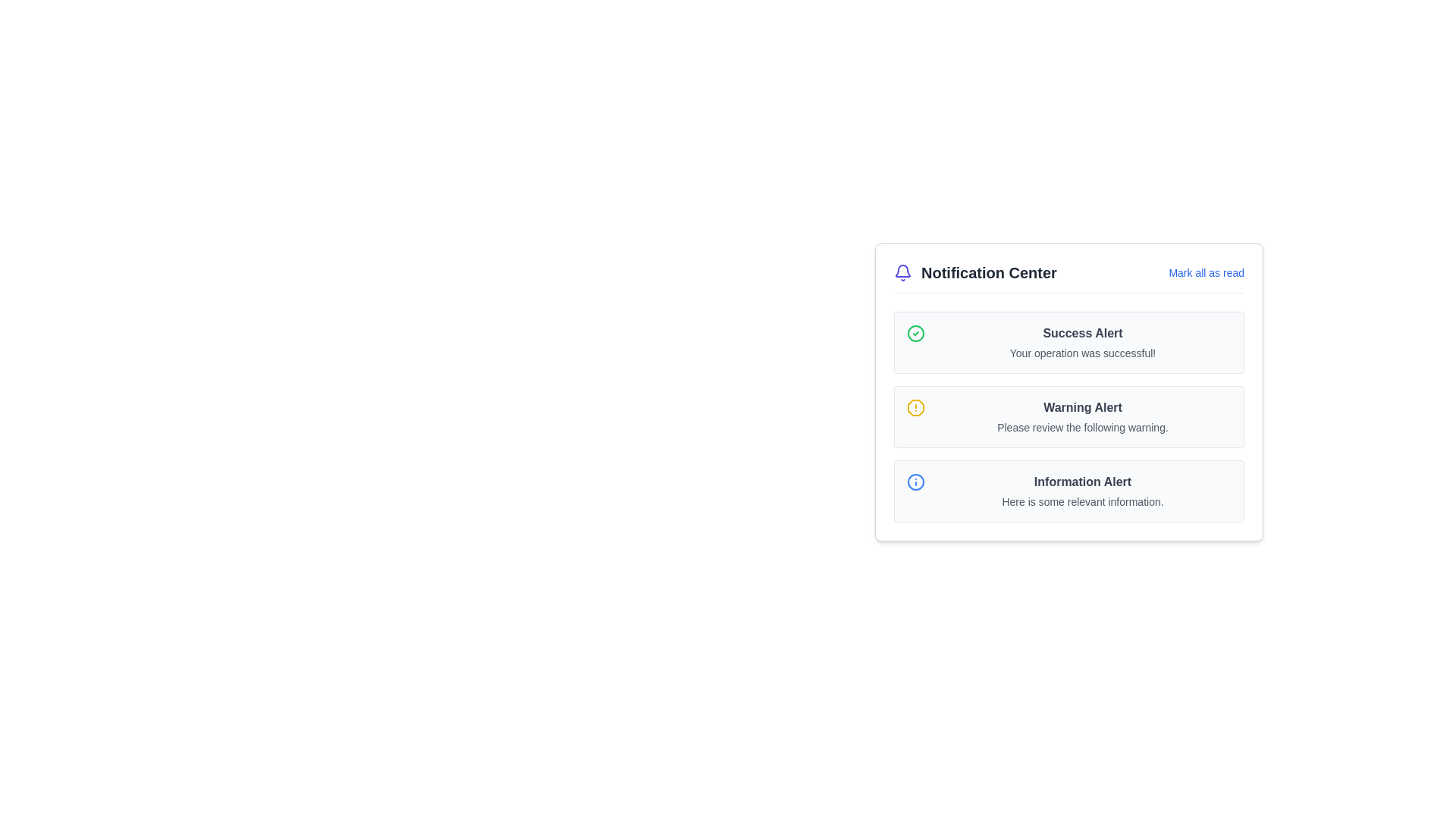 This screenshot has width=1456, height=819. I want to click on the warning alert icon located to the left of the text 'Warning Alert' in the notification list, so click(915, 406).